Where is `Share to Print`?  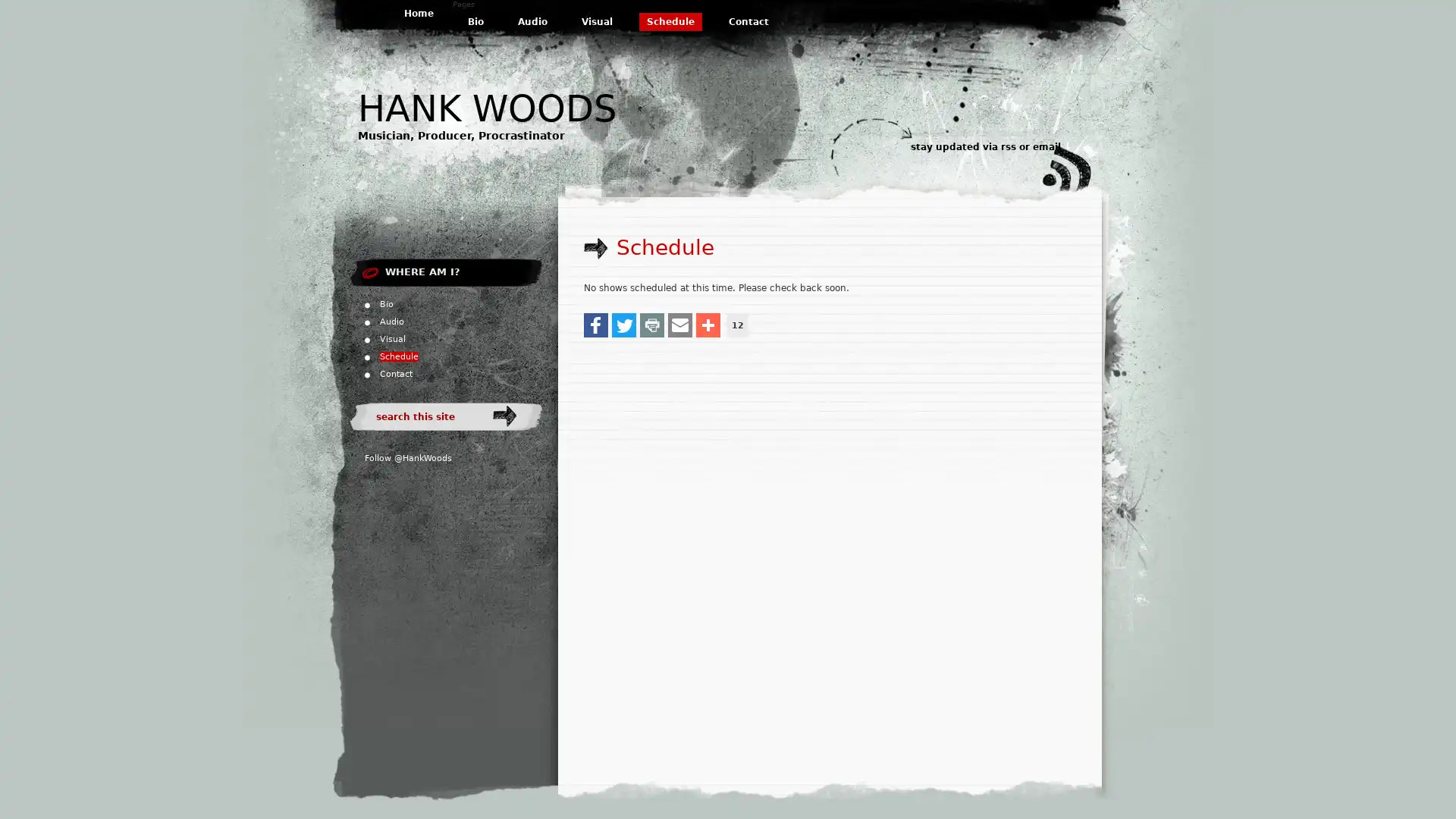
Share to Print is located at coordinates (651, 324).